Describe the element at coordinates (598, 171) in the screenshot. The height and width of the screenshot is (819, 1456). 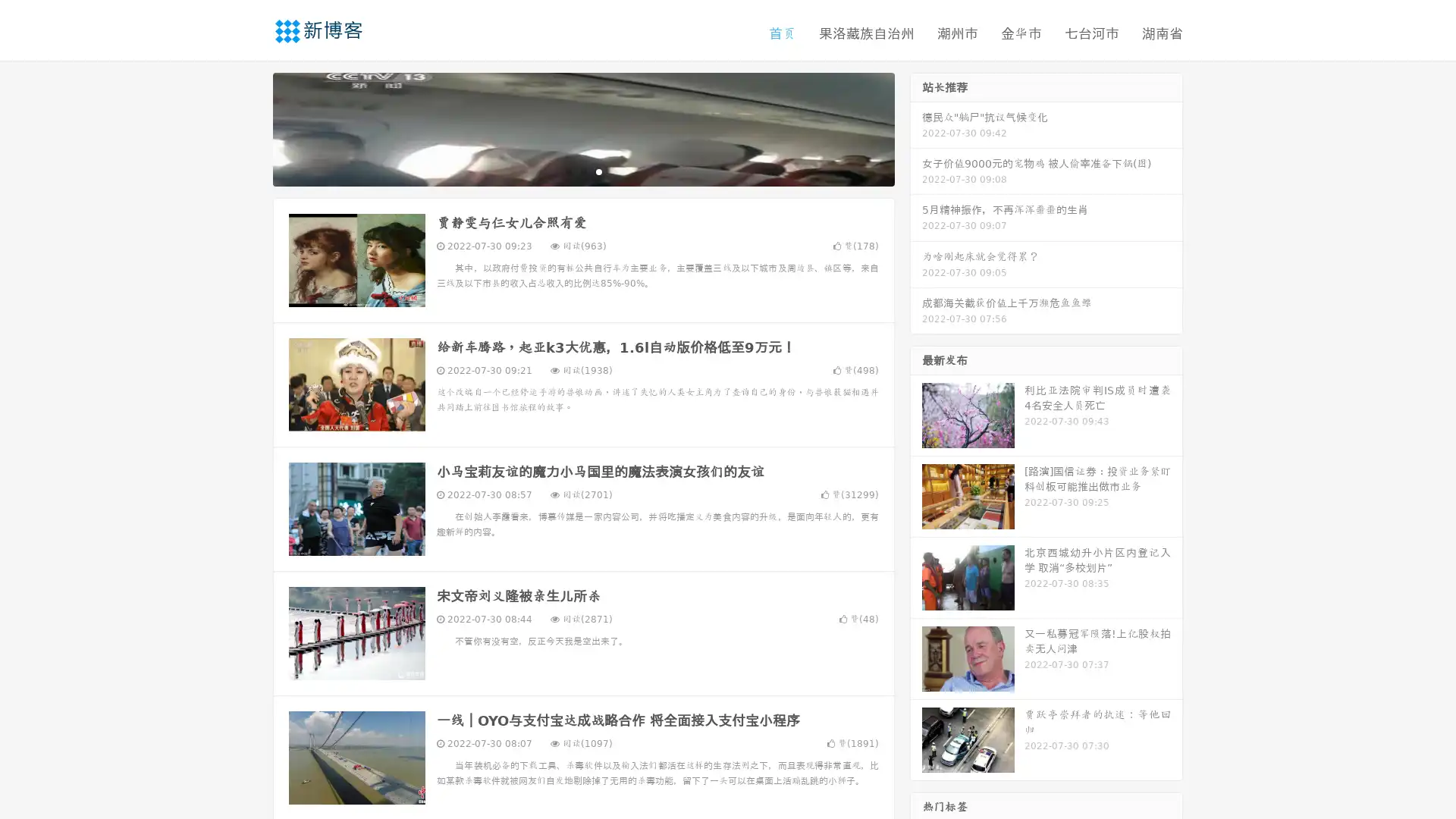
I see `Go to slide 3` at that location.